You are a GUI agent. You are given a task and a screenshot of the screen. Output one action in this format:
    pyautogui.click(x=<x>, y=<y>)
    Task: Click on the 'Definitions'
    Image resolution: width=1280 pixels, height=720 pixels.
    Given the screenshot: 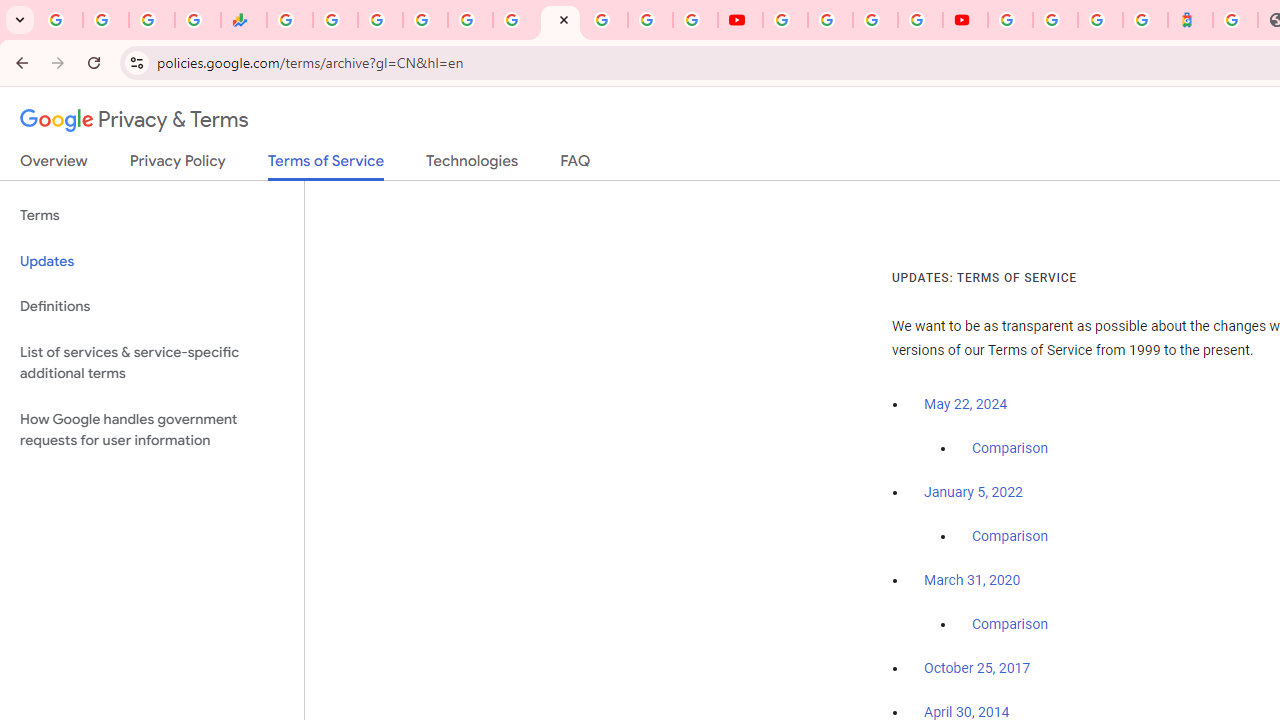 What is the action you would take?
    pyautogui.click(x=151, y=306)
    